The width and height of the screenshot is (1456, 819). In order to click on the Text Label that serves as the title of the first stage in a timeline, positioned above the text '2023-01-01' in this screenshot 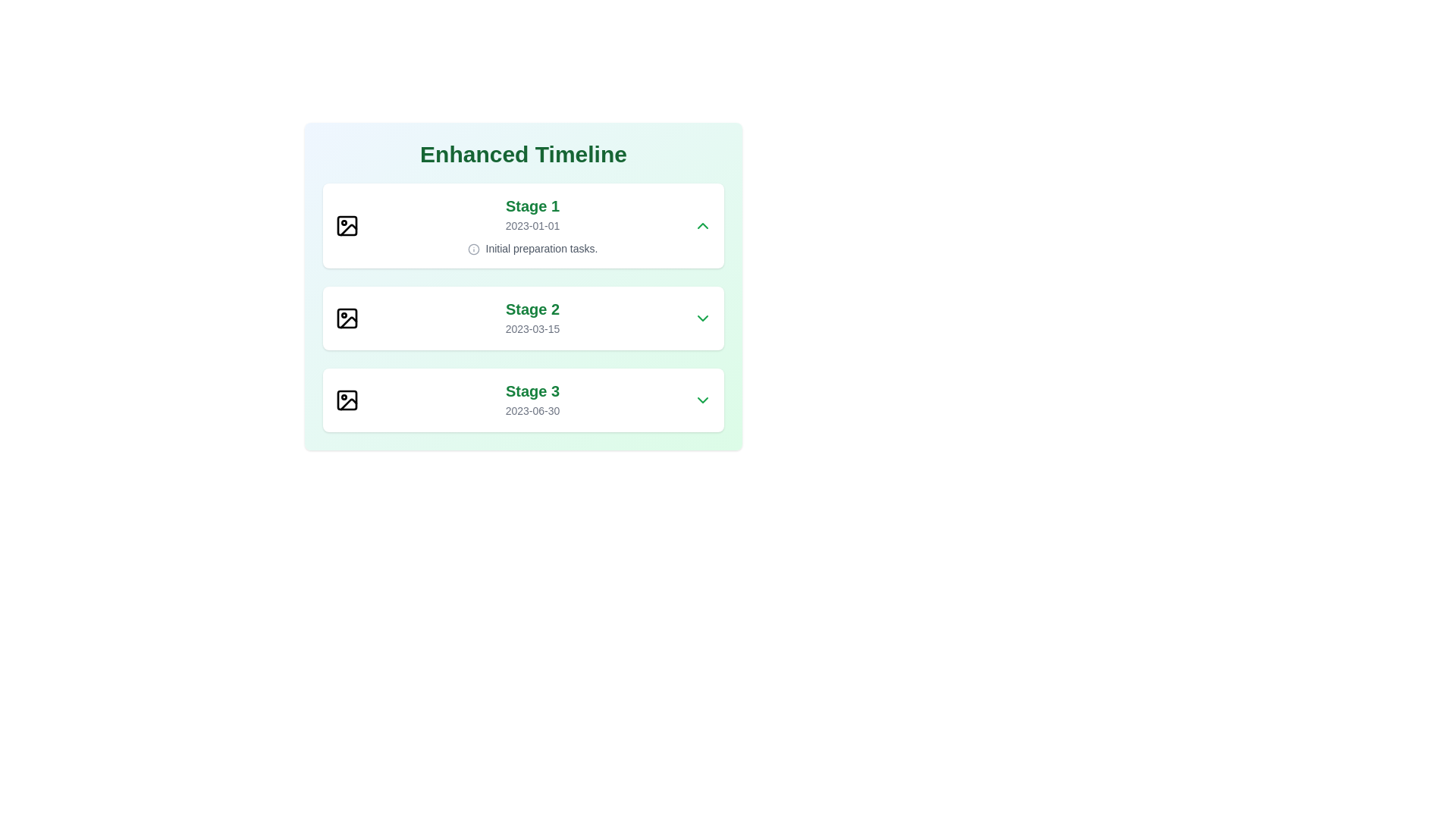, I will do `click(532, 206)`.